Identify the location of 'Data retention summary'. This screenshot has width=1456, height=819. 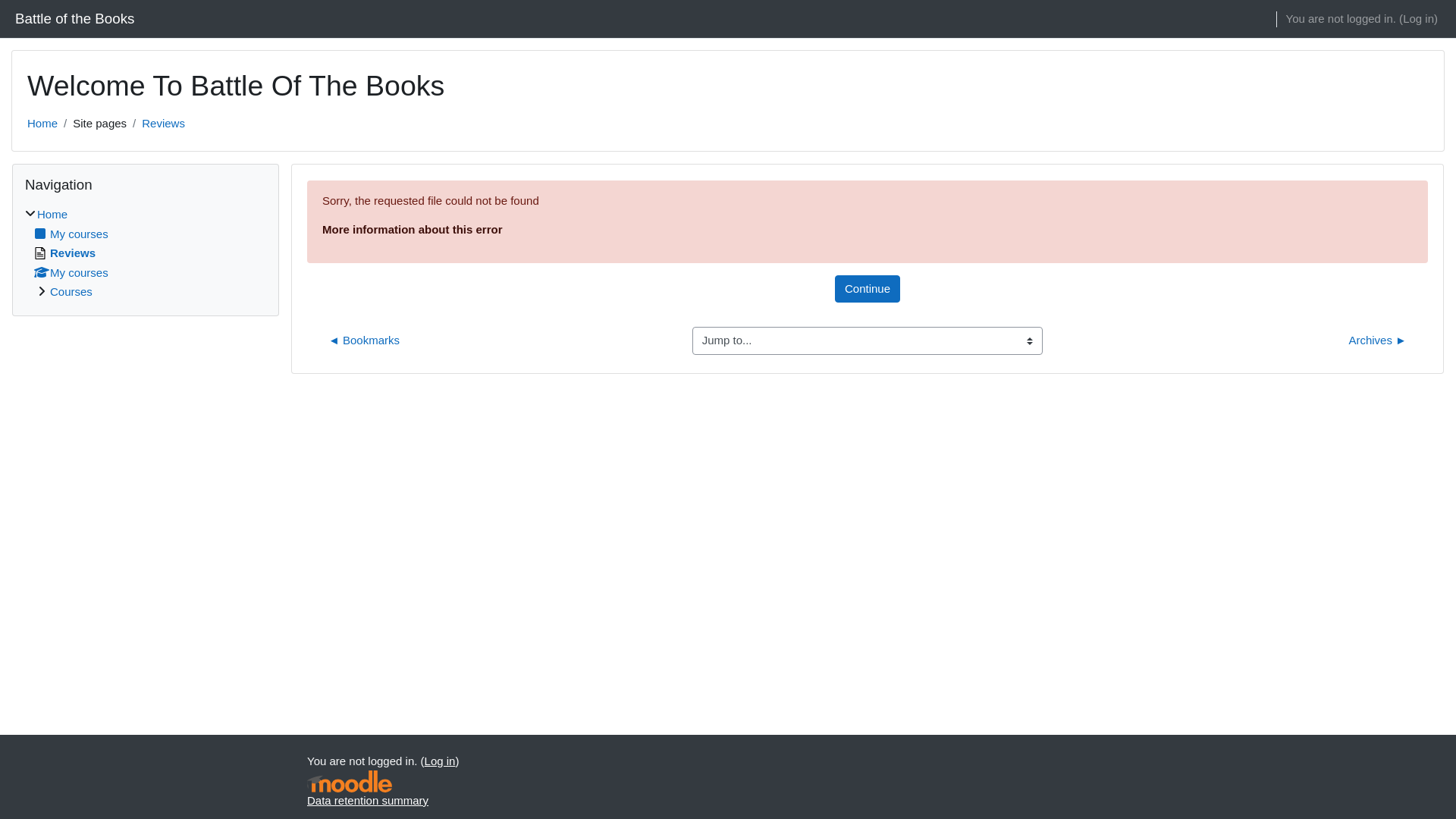
(367, 799).